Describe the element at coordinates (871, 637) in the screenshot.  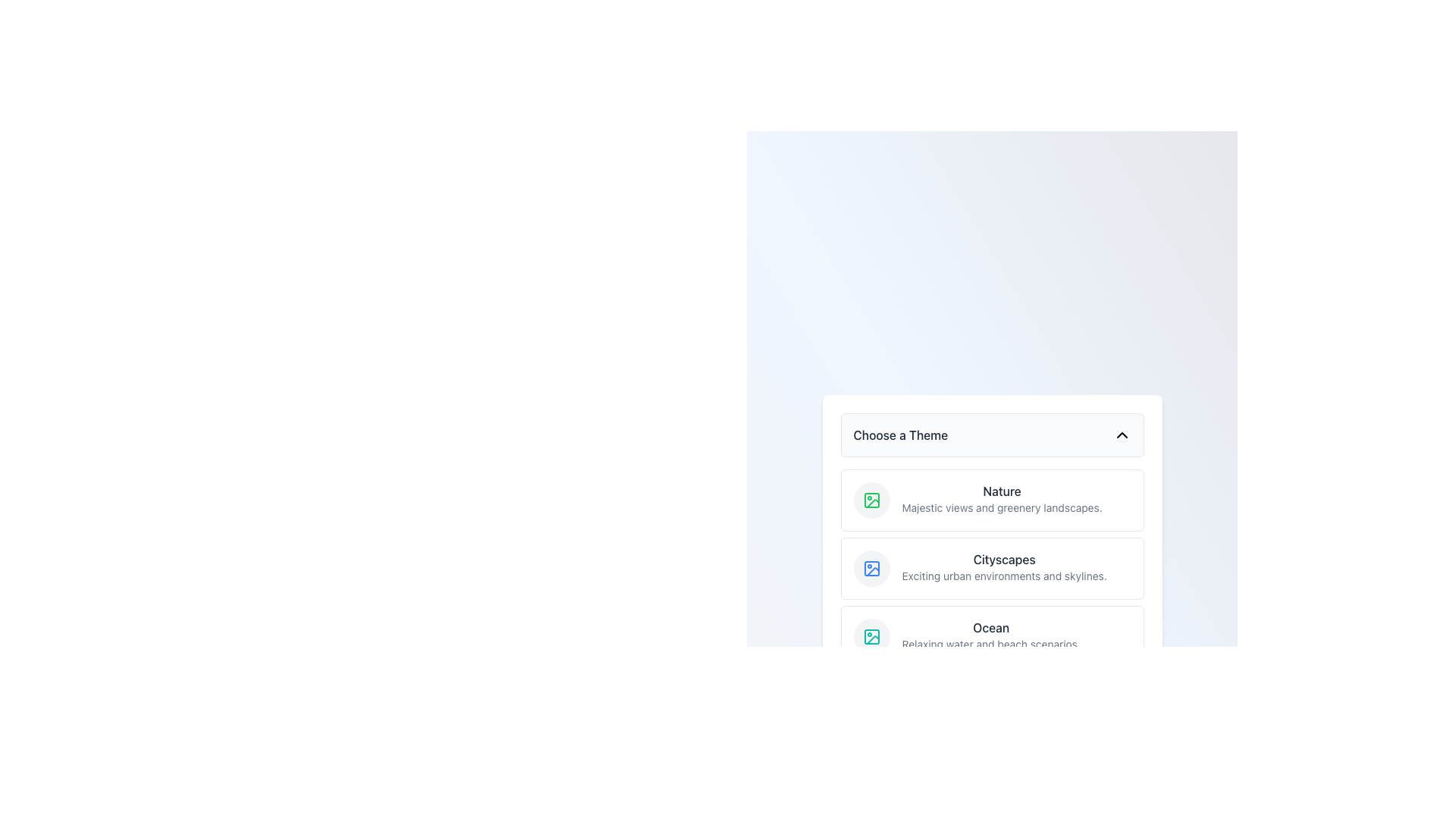
I see `the circular icon representing the 'Ocean' category, located at the leftmost edge of the row containing the 'Relaxing water and beach scenarios' text` at that location.